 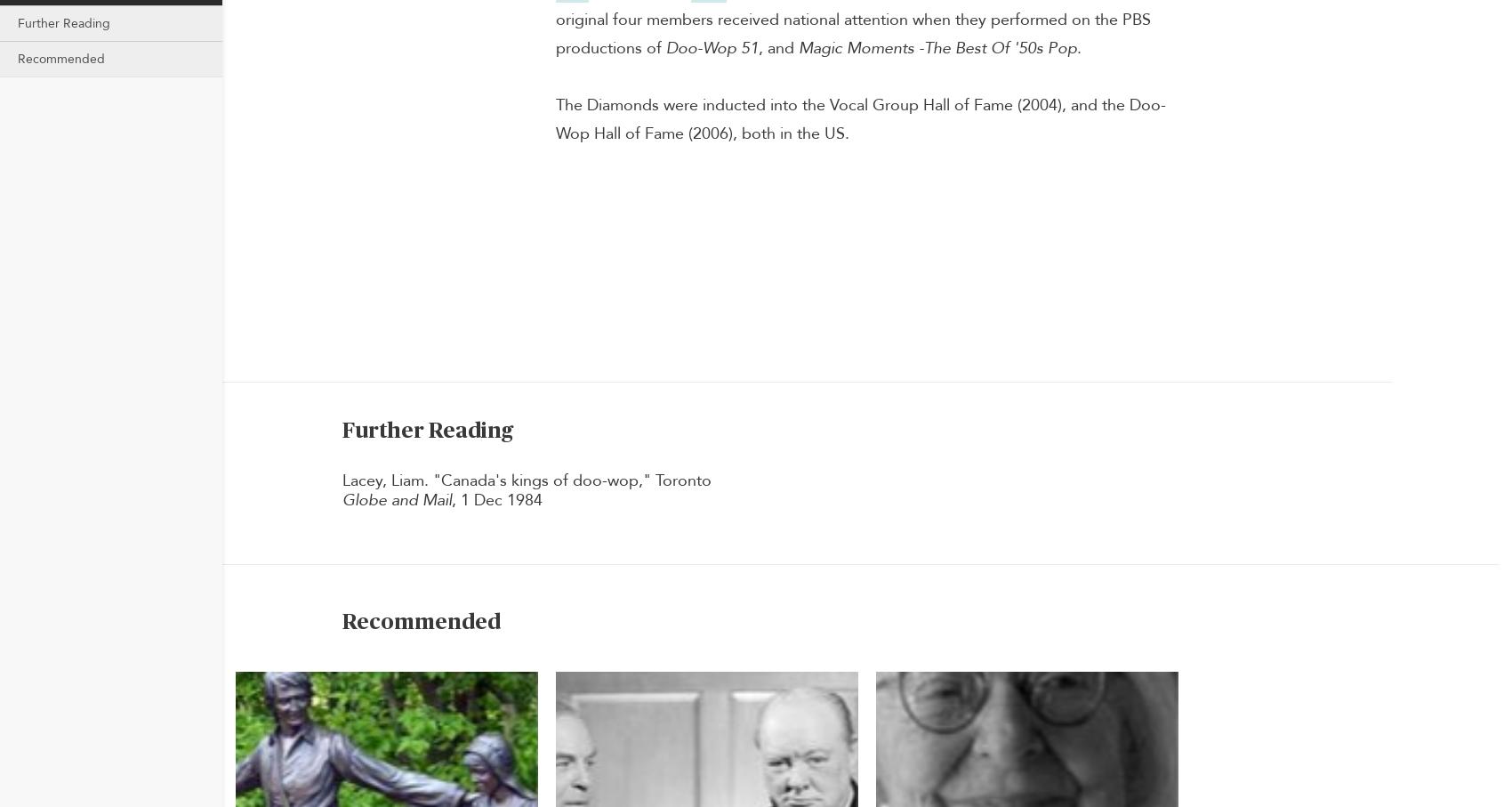 I want to click on 'The Canadian Encyclopedia © 2023', so click(x=227, y=120).